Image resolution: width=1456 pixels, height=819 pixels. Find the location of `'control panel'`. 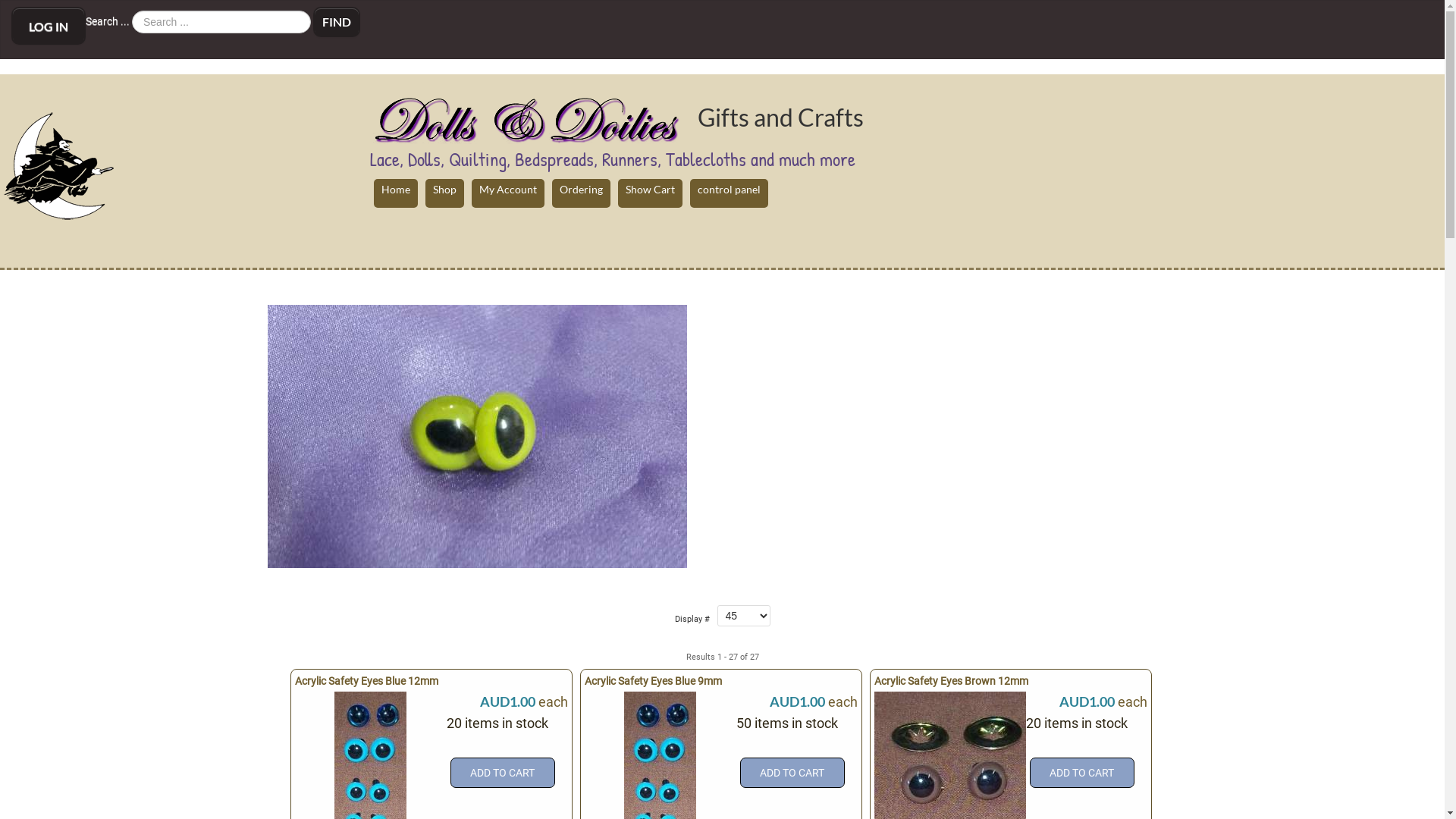

'control panel' is located at coordinates (689, 192).